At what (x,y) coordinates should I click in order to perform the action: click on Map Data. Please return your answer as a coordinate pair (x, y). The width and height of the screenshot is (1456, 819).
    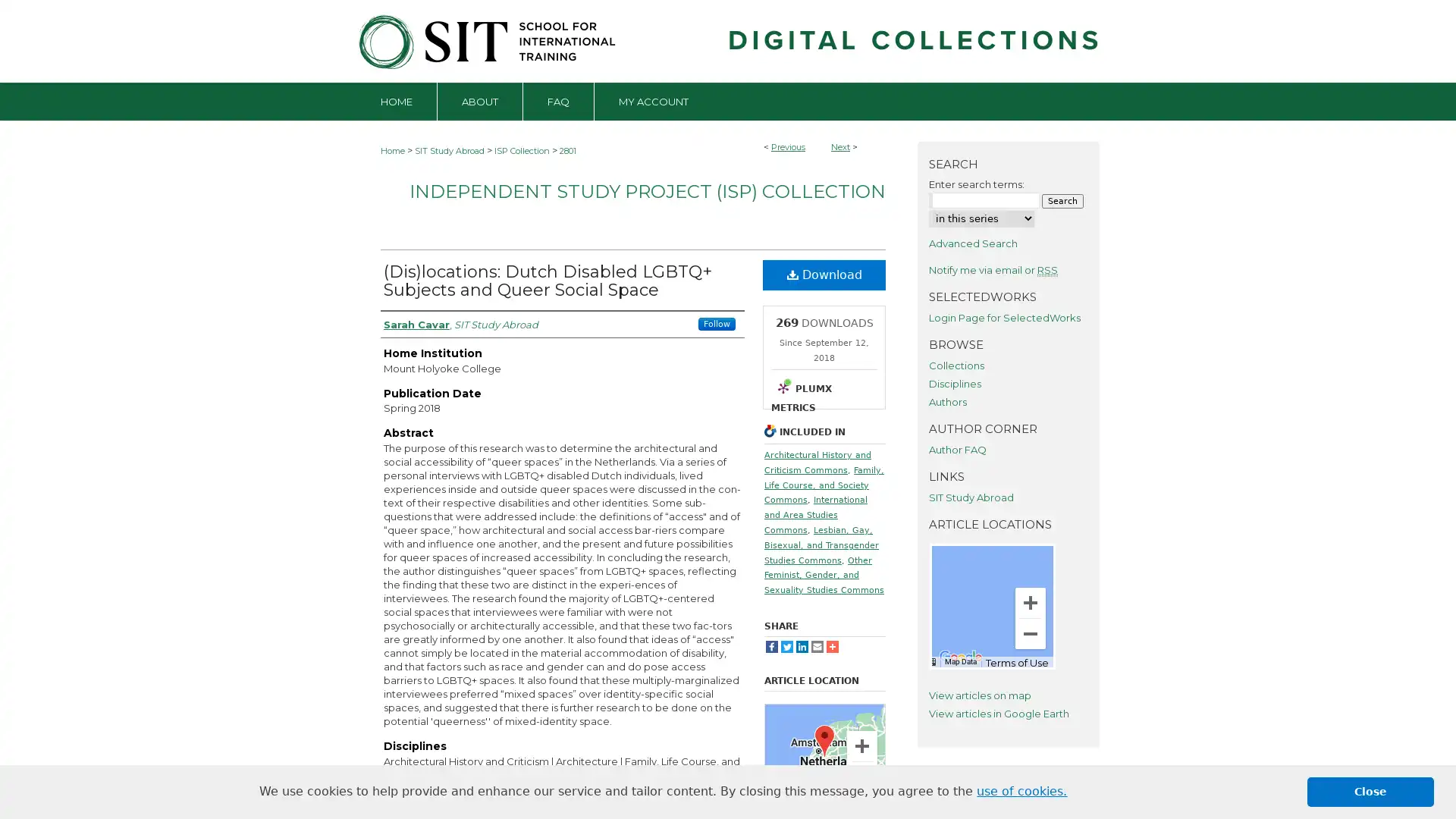
    Looking at the image, I should click on (811, 804).